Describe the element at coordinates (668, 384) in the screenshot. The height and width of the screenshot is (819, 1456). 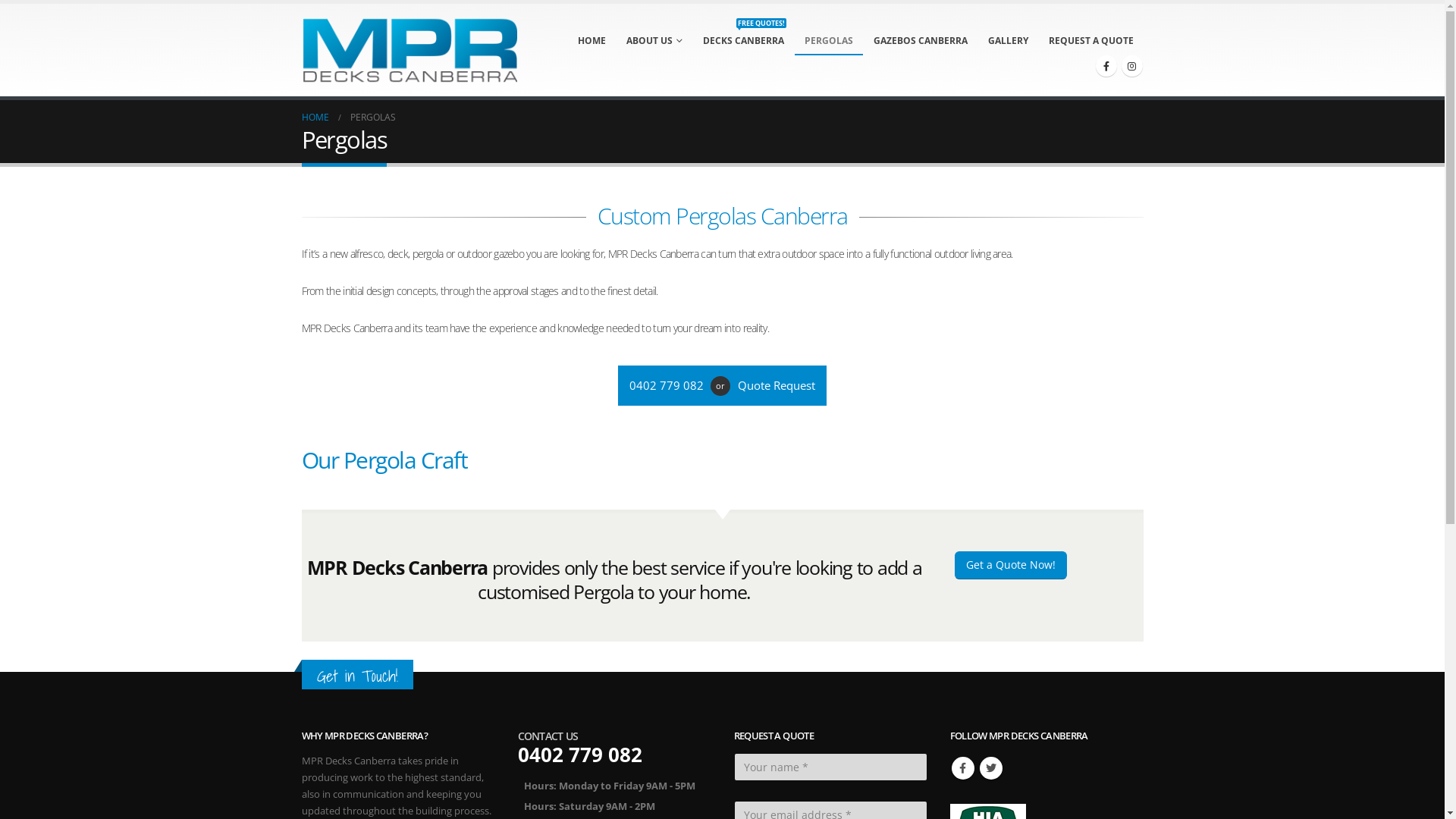
I see `'0402 779 082'` at that location.